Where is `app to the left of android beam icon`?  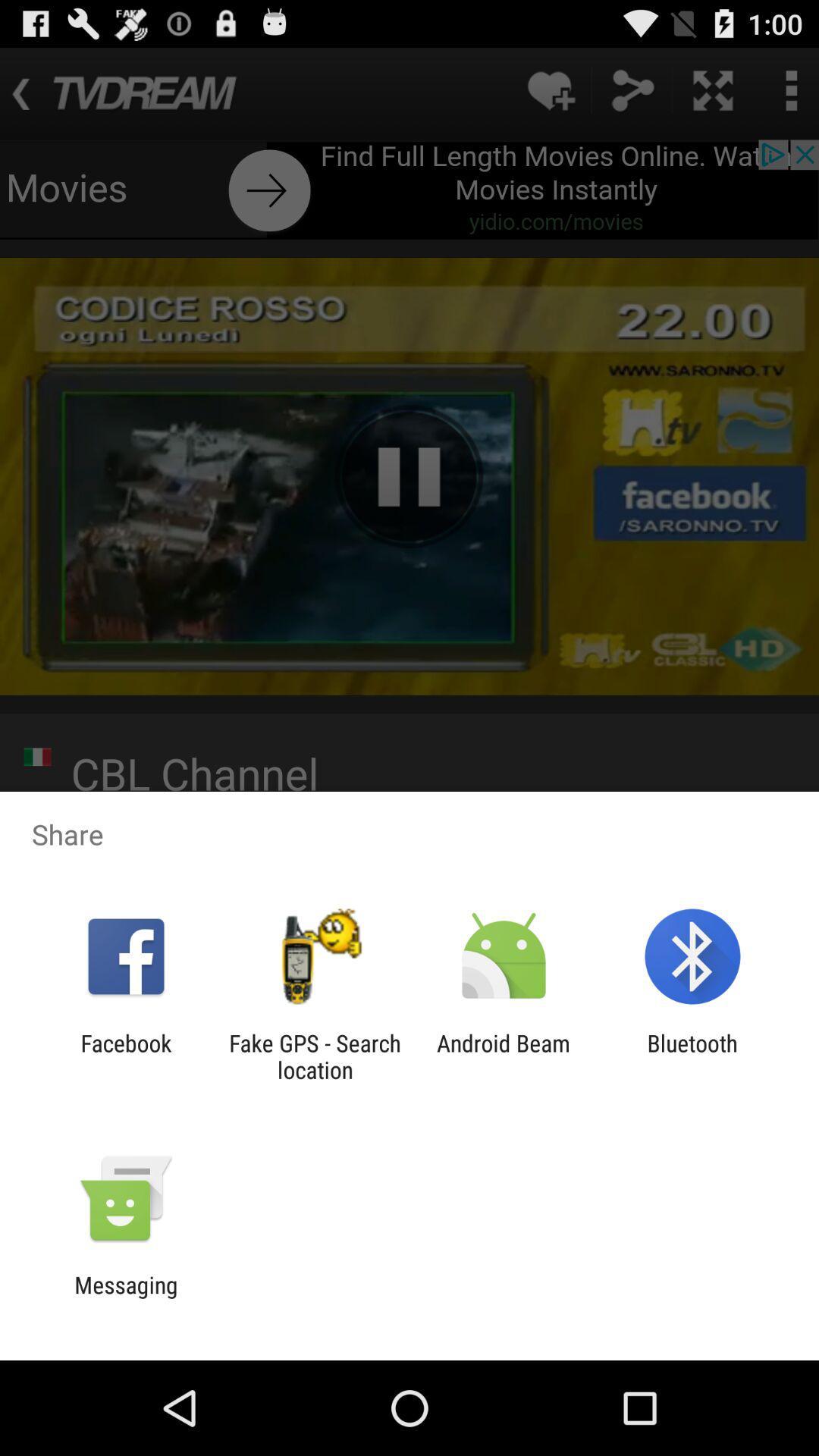 app to the left of android beam icon is located at coordinates (314, 1056).